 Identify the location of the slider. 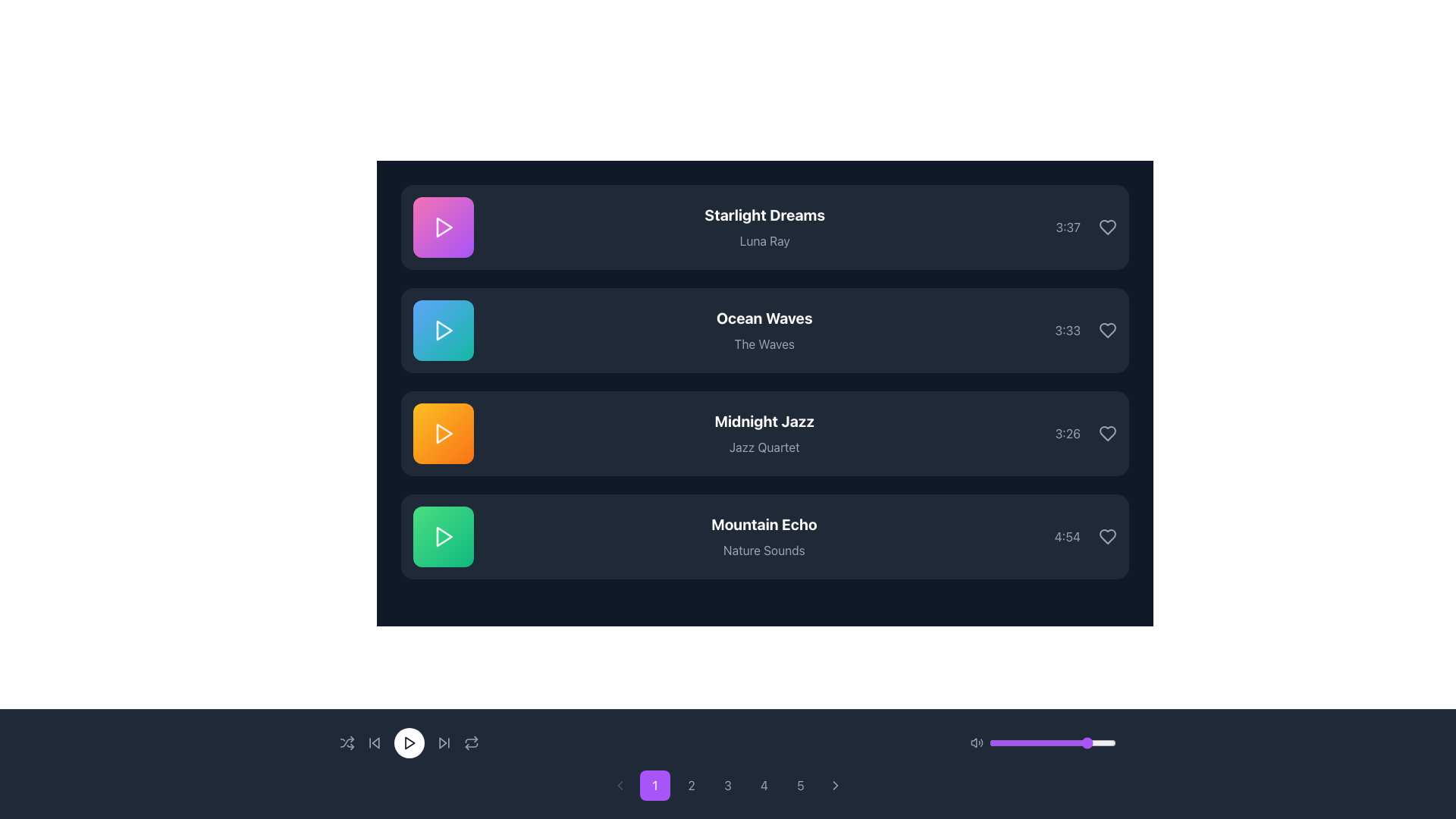
(1028, 742).